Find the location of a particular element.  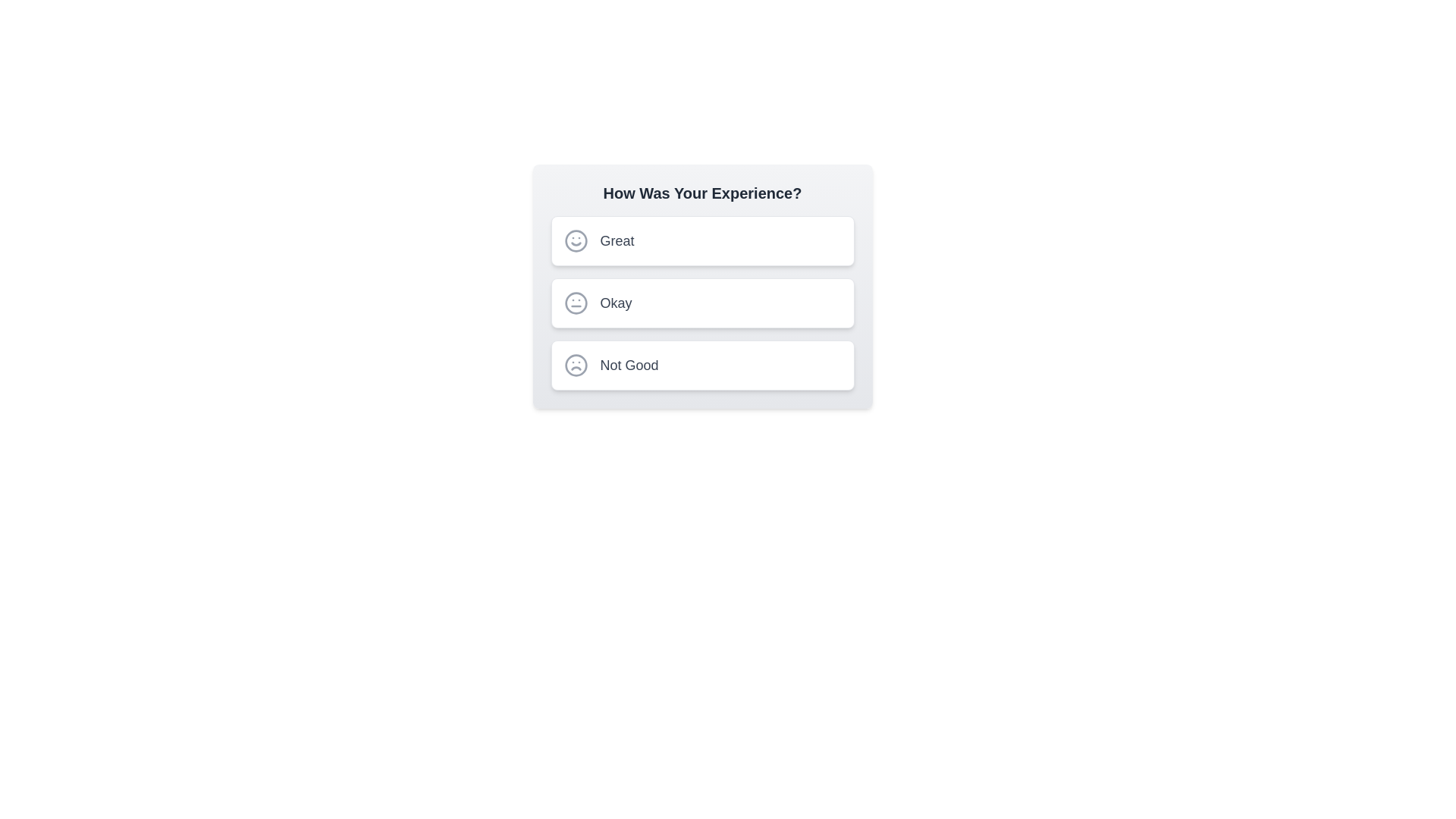

bold header text that says 'How Was Your Experience?' located at the top of the card-like panel, which is centrally placed within the interface is located at coordinates (701, 192).